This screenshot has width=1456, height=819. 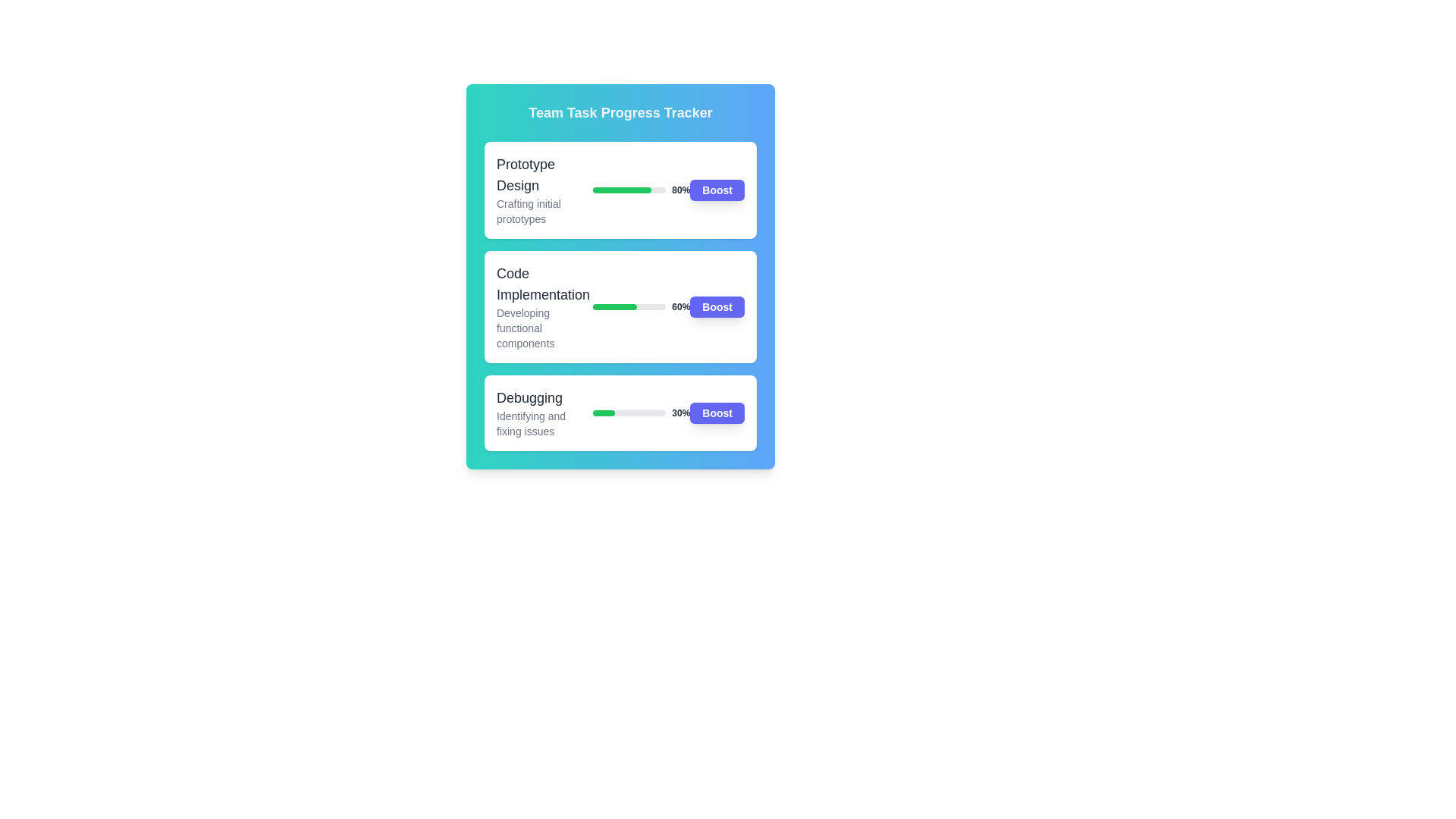 I want to click on the progress bar that visually represents 60% task completion, located below the 'Code Implementation' heading and above the percentage text, so click(x=629, y=307).